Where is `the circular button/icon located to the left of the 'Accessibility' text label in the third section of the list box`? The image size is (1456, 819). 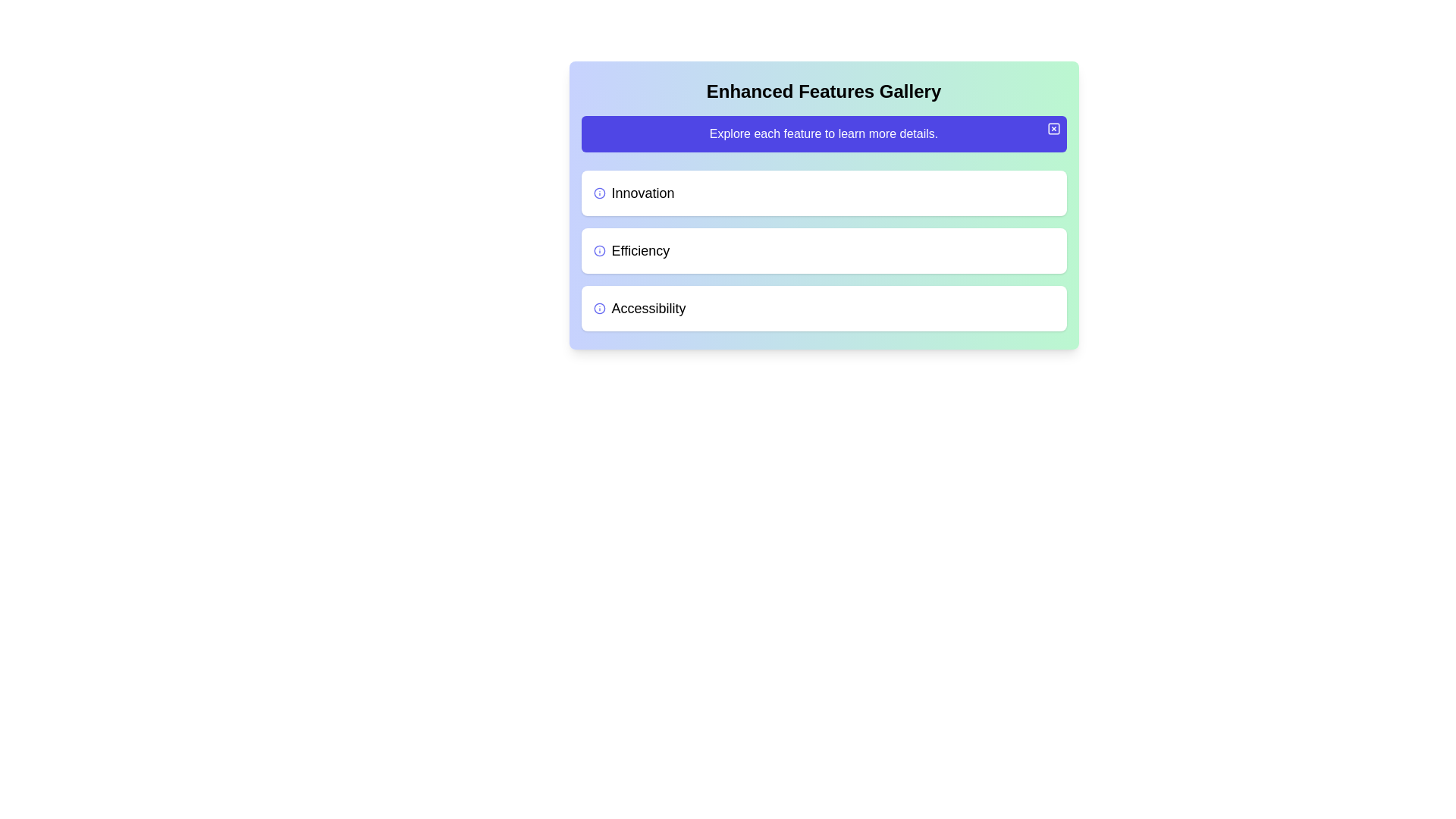
the circular button/icon located to the left of the 'Accessibility' text label in the third section of the list box is located at coordinates (598, 308).